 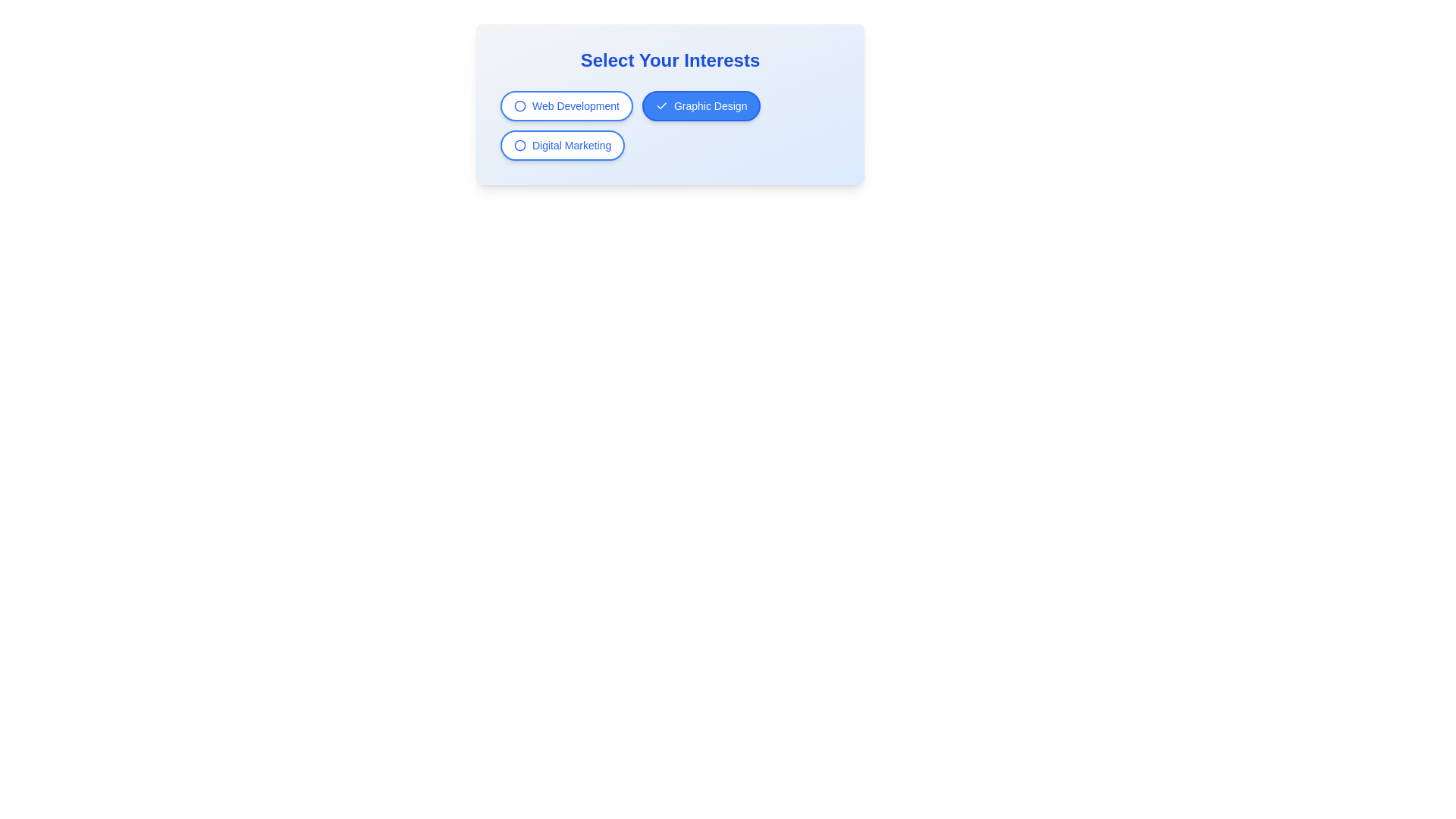 I want to click on the filter chip labeled Graphic Design to toggle its state, so click(x=701, y=105).